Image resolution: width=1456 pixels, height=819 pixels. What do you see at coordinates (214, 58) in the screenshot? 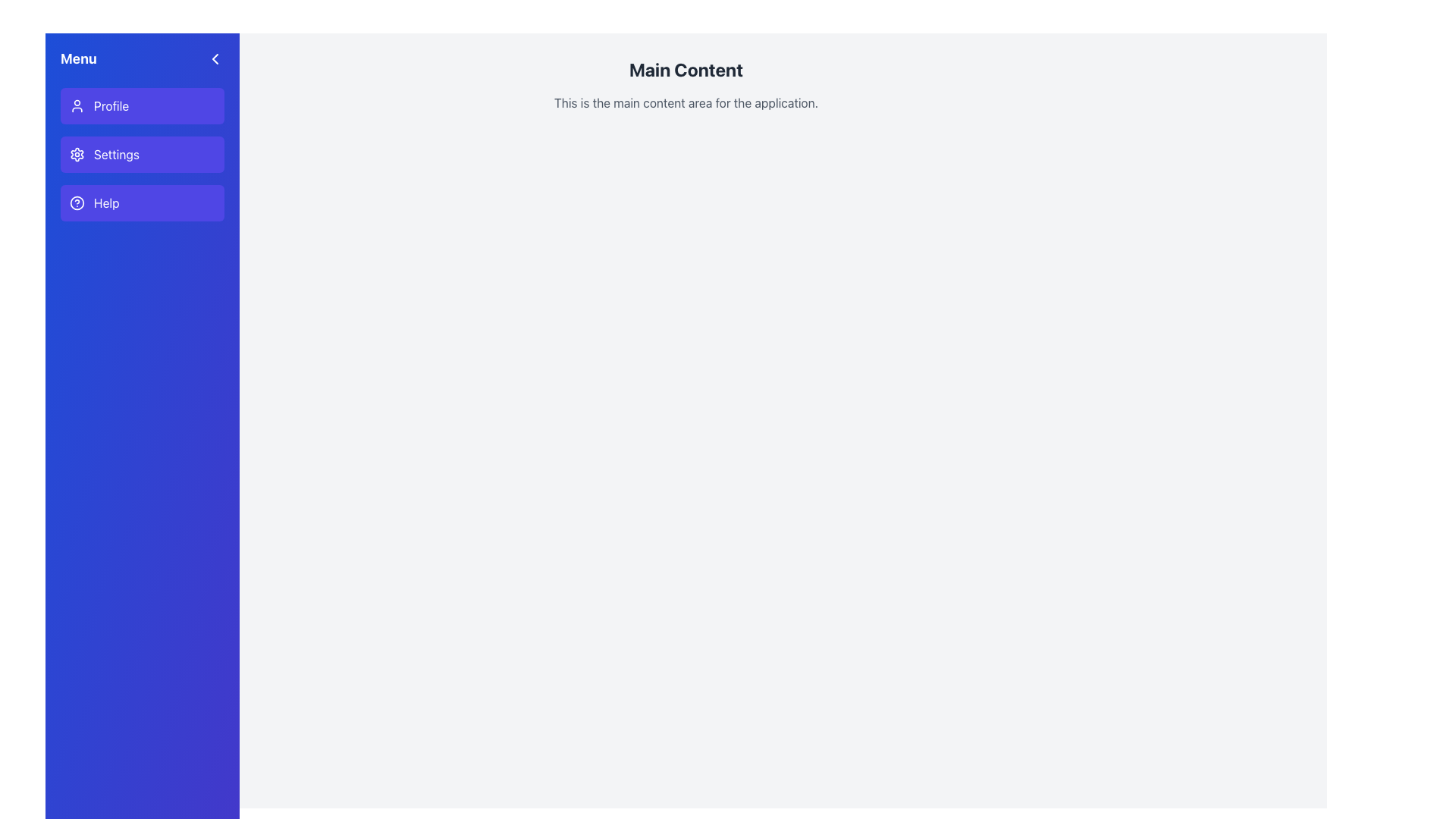
I see `the chevron SVG icon located in the top-right corner of the blue 'Menu' section` at bounding box center [214, 58].